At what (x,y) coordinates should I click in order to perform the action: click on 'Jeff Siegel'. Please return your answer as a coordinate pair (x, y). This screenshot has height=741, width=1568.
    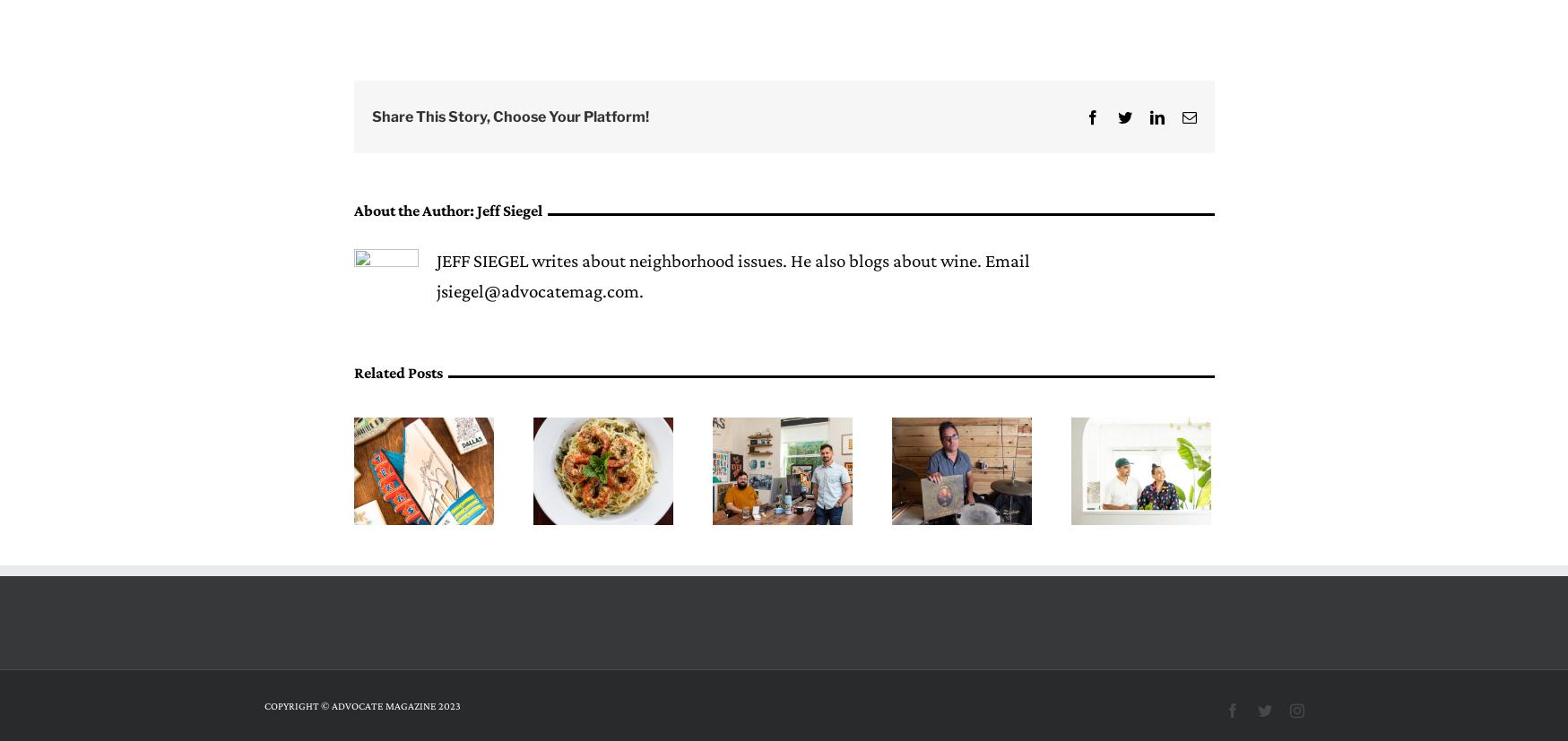
    Looking at the image, I should click on (475, 210).